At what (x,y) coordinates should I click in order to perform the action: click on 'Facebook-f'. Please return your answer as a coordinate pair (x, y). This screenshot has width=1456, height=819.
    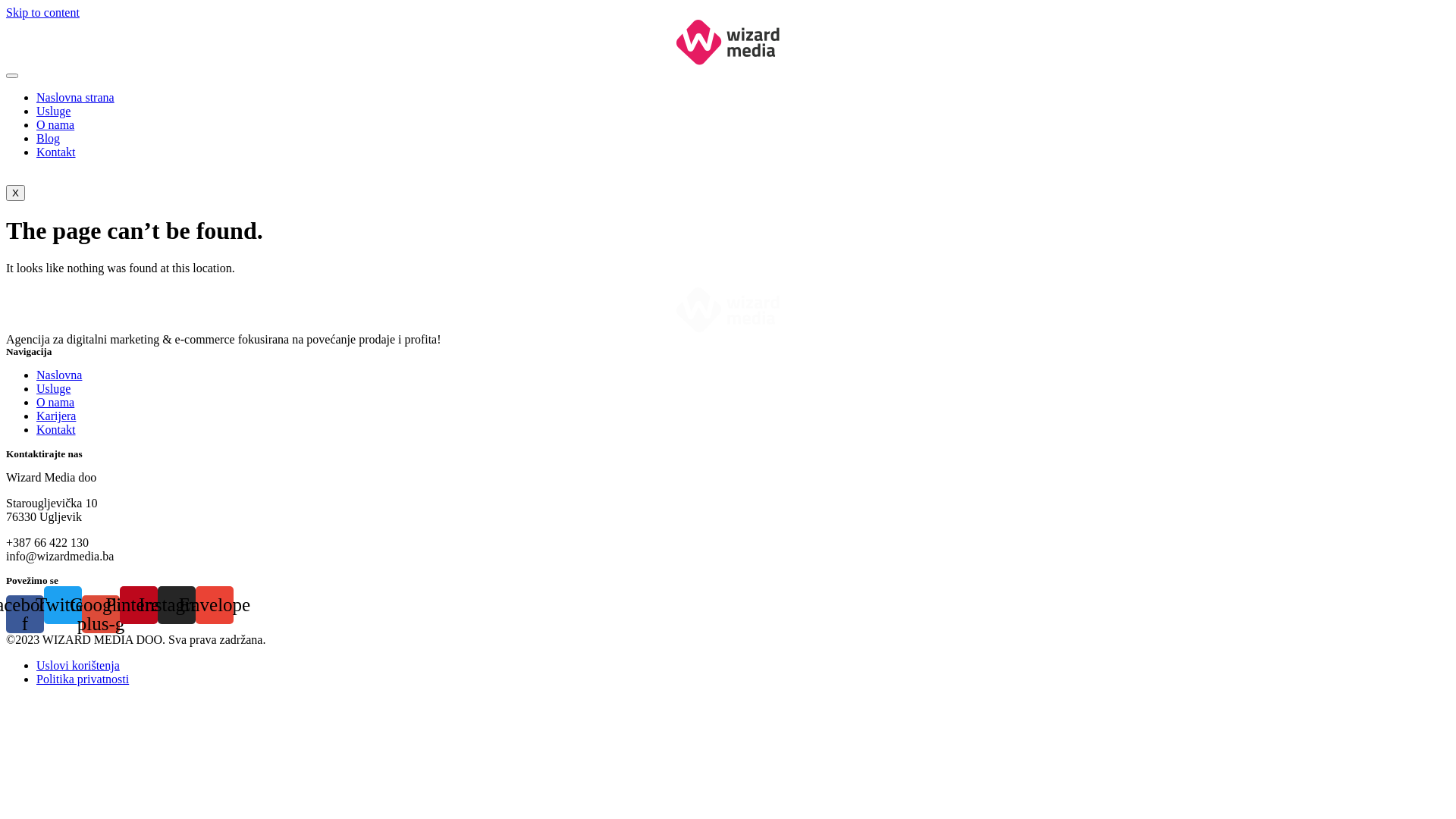
    Looking at the image, I should click on (25, 614).